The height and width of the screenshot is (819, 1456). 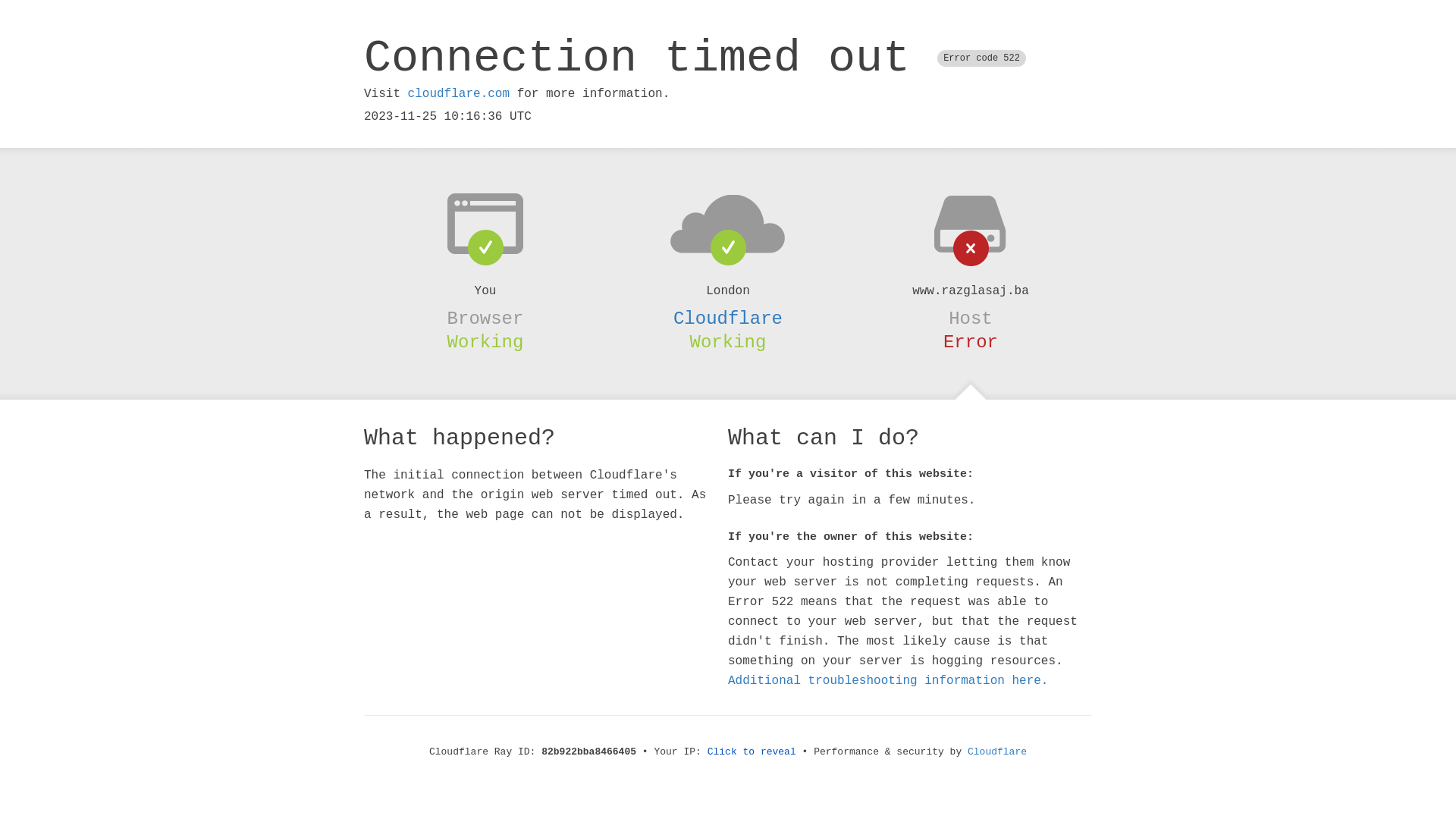 What do you see at coordinates (888, 680) in the screenshot?
I see `'Additional troubleshooting information here.'` at bounding box center [888, 680].